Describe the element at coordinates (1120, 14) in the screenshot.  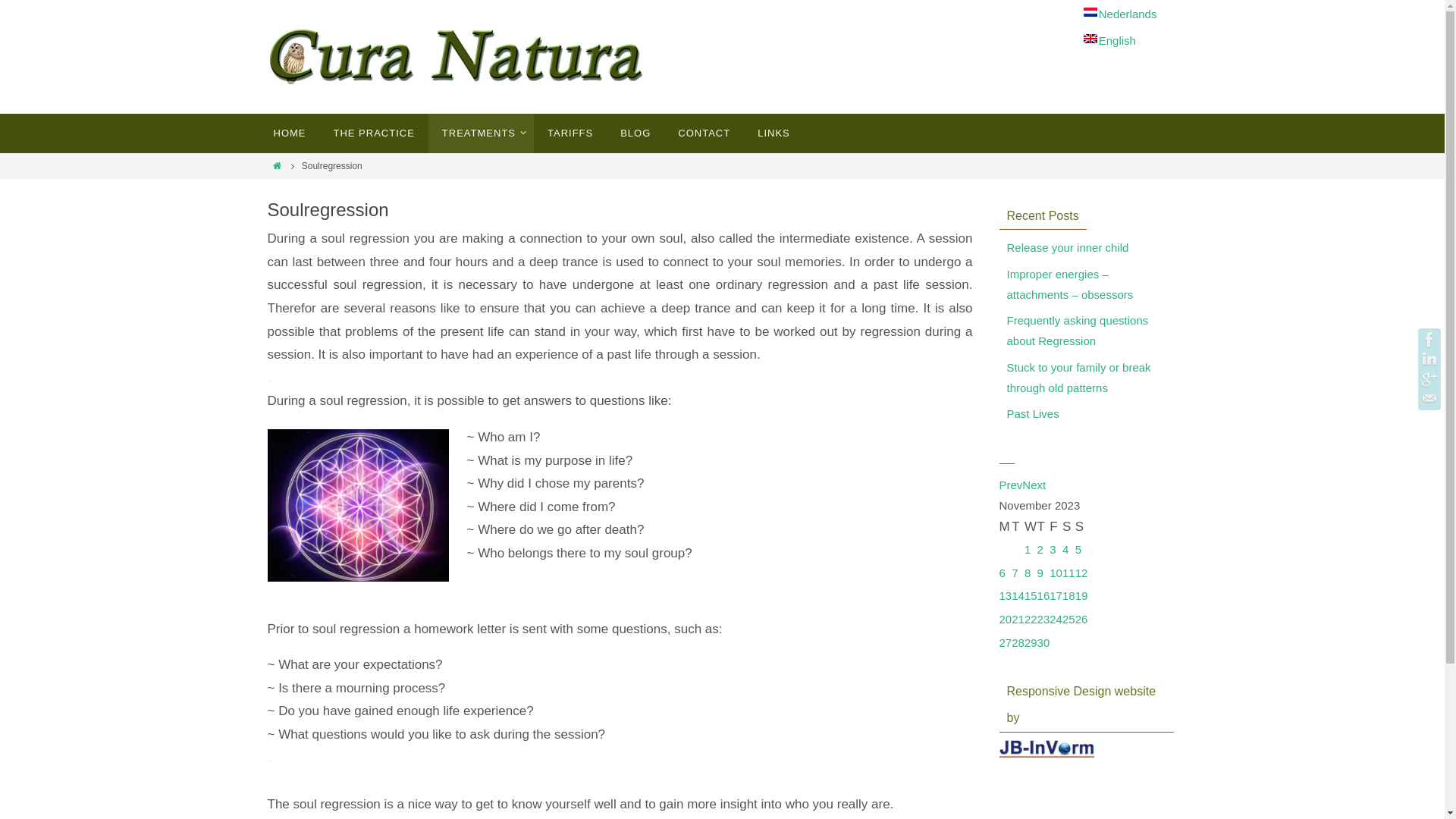
I see `'Nederlands'` at that location.